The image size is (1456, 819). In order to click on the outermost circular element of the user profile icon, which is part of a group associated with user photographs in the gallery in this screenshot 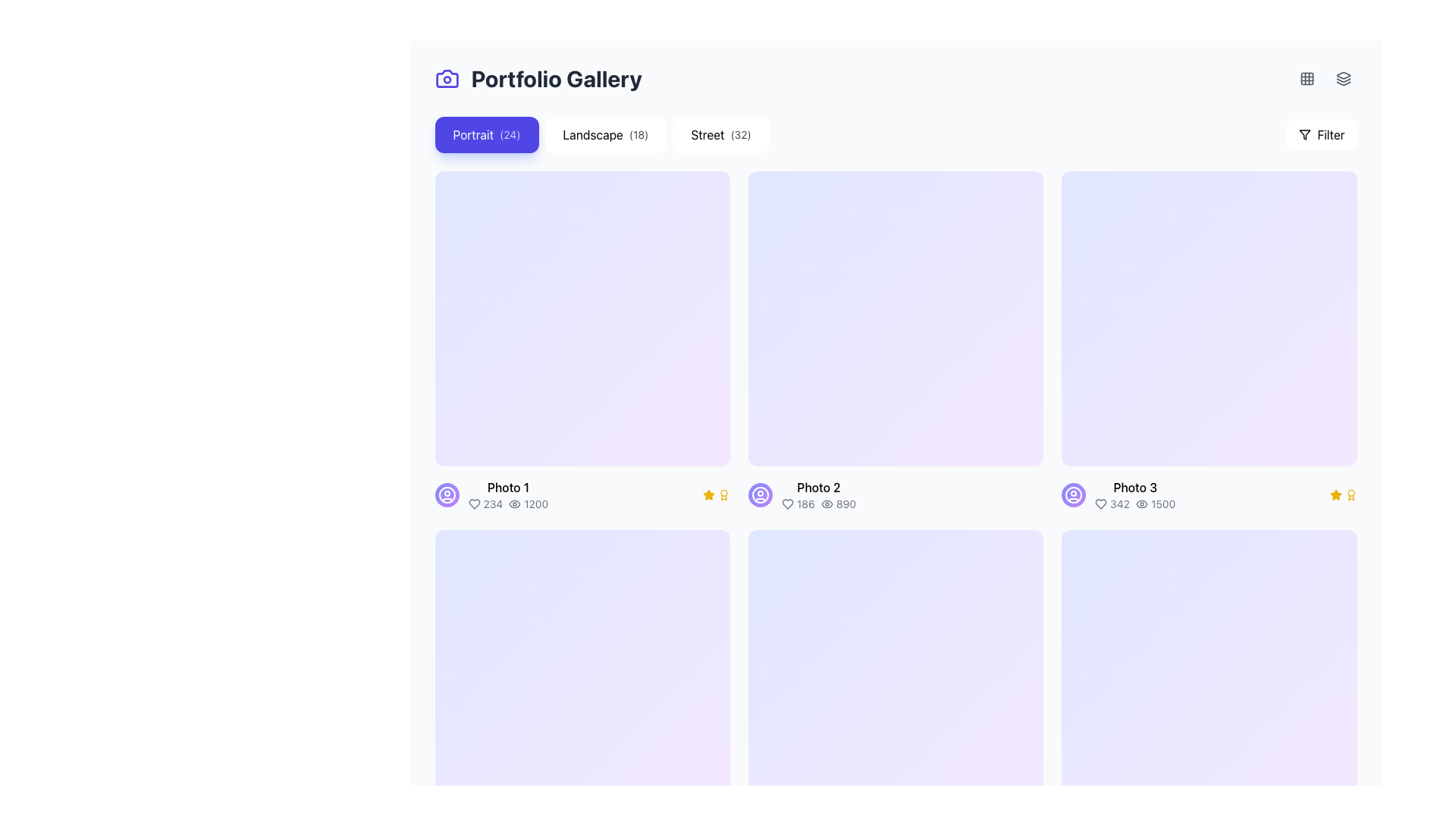, I will do `click(760, 495)`.